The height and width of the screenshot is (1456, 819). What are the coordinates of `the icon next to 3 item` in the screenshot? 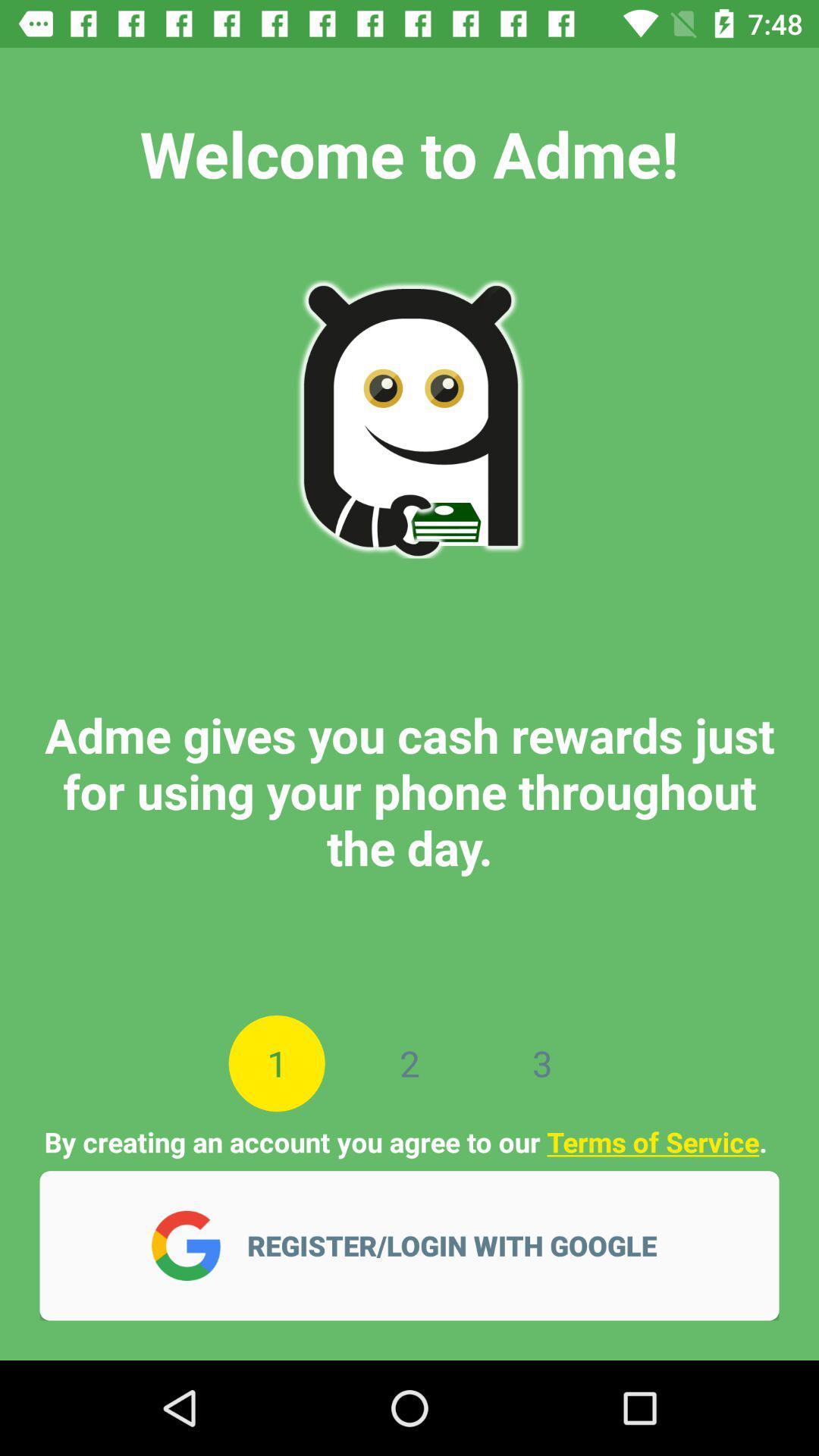 It's located at (409, 1062).